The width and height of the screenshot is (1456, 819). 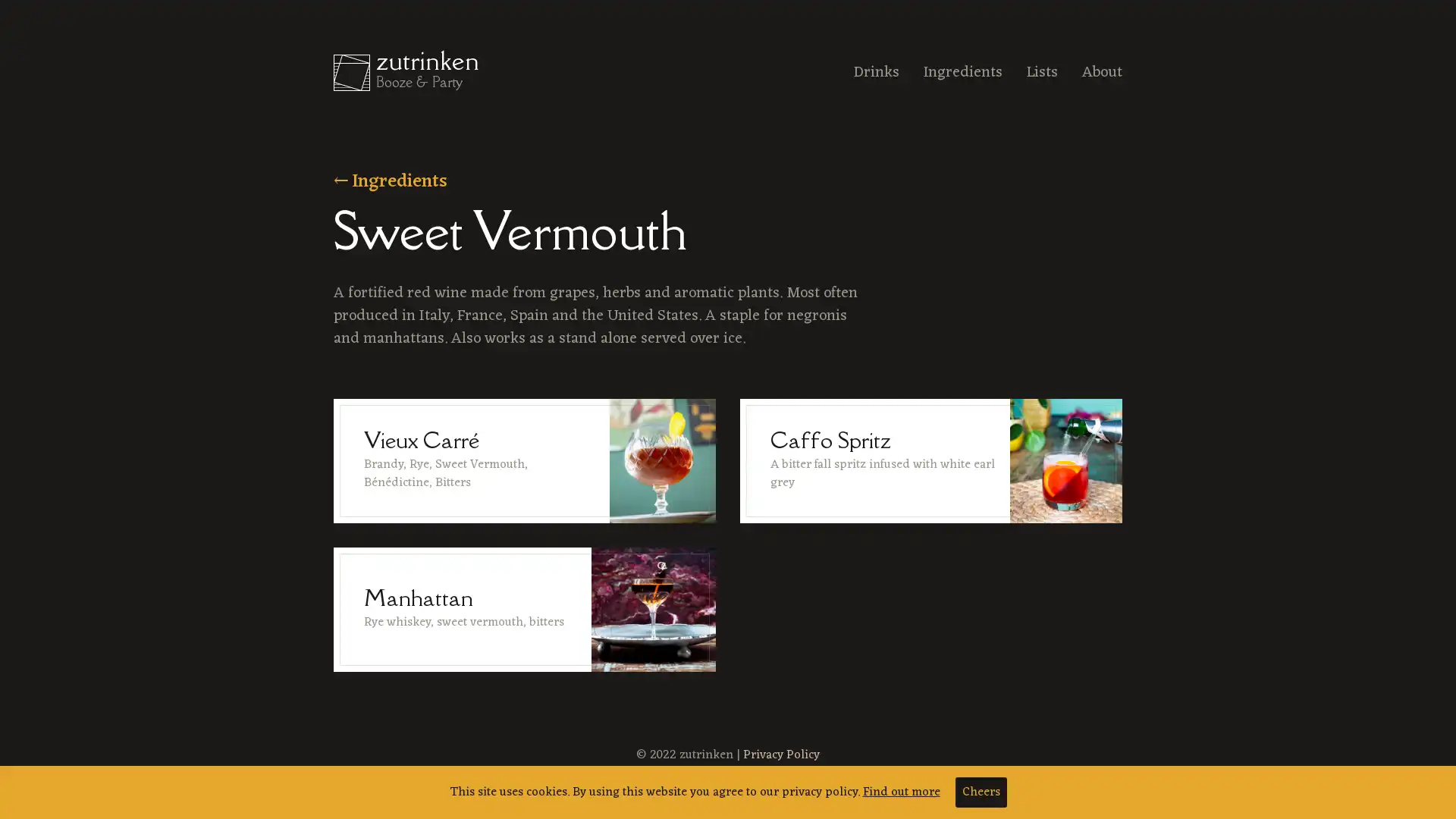 What do you see at coordinates (980, 792) in the screenshot?
I see `Cheers` at bounding box center [980, 792].